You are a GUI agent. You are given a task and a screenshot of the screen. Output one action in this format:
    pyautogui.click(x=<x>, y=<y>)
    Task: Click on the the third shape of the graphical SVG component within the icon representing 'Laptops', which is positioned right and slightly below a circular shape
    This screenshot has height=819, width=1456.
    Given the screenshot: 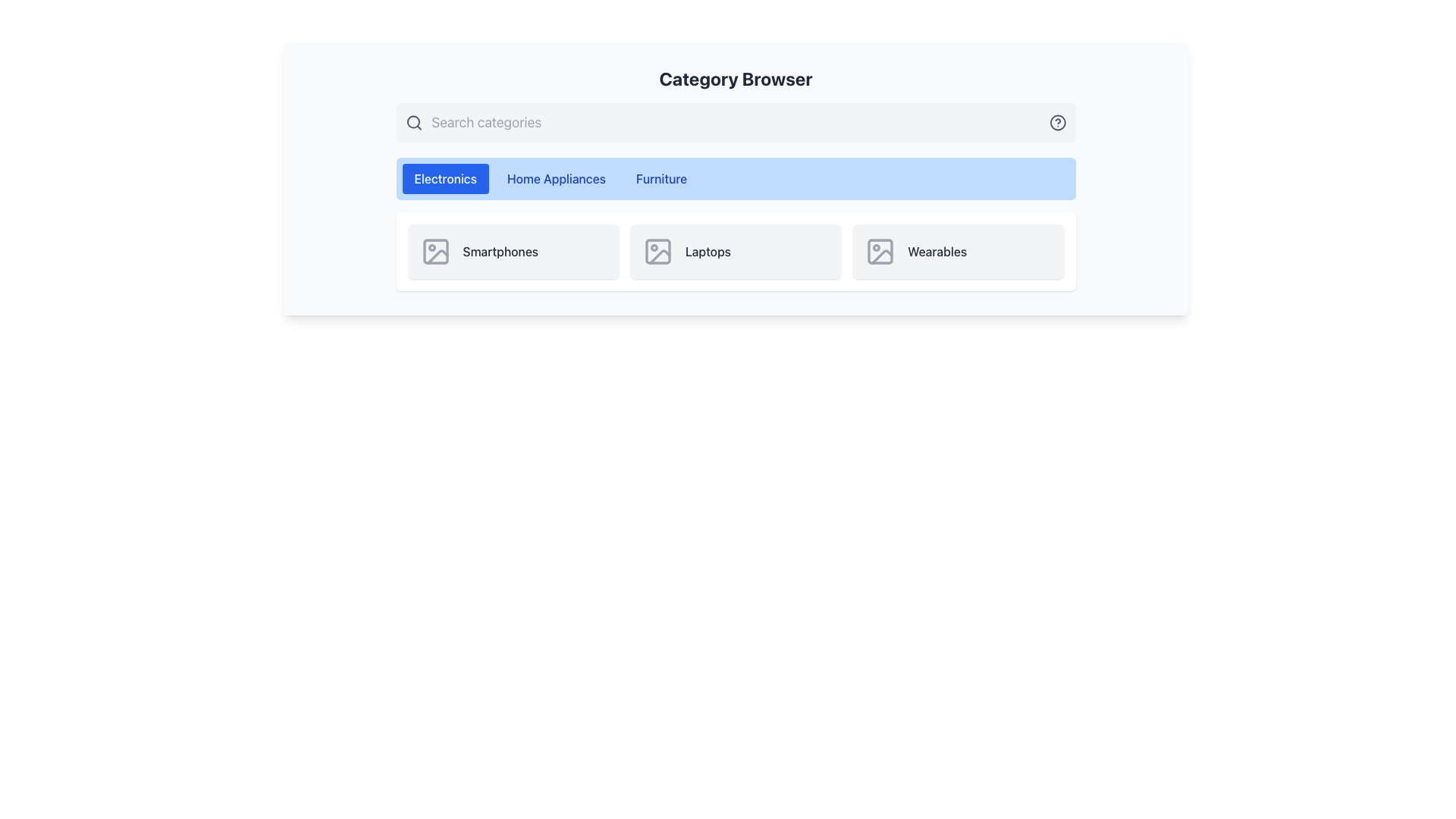 What is the action you would take?
    pyautogui.click(x=660, y=256)
    